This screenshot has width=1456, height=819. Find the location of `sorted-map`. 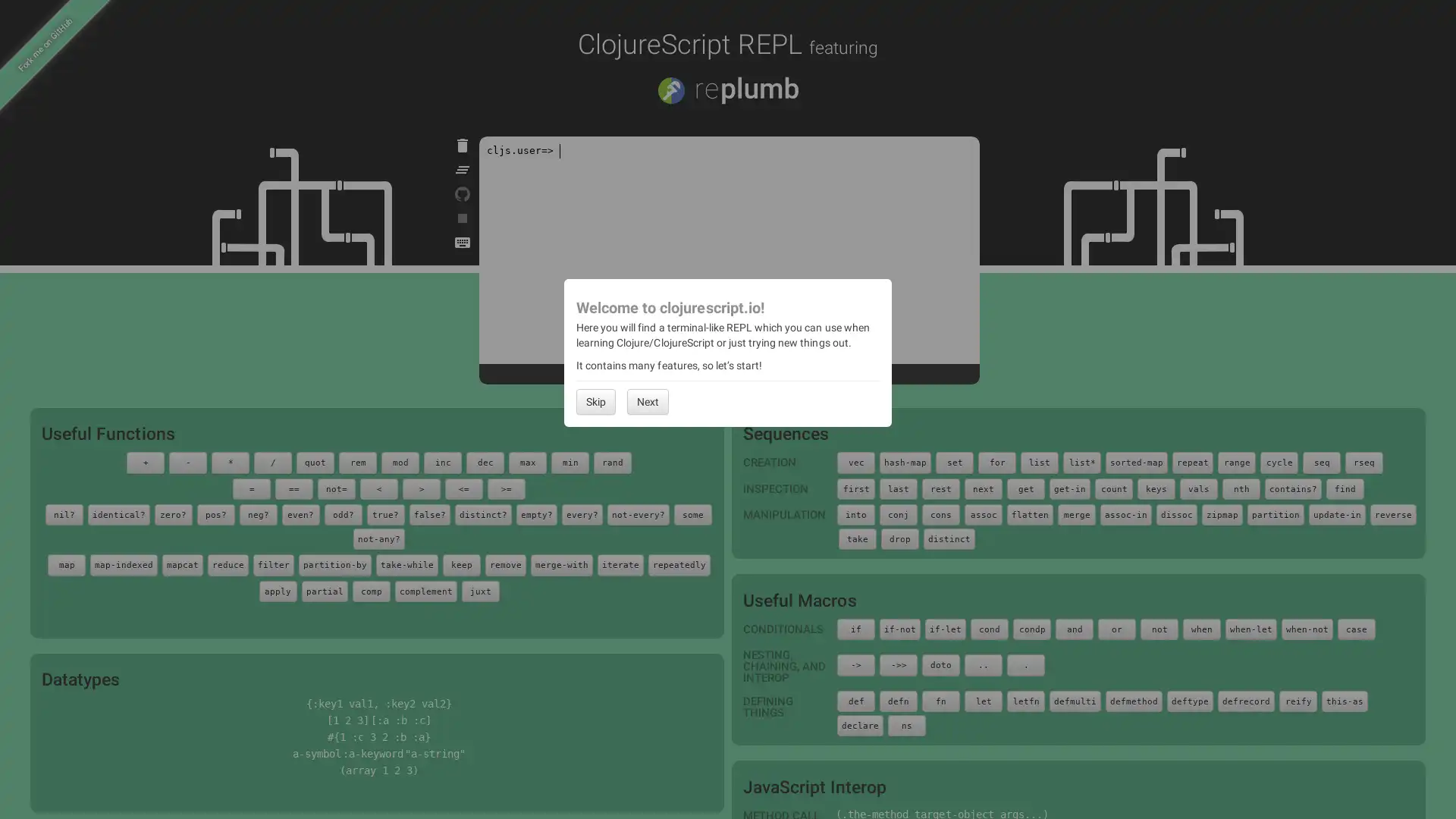

sorted-map is located at coordinates (1136, 461).